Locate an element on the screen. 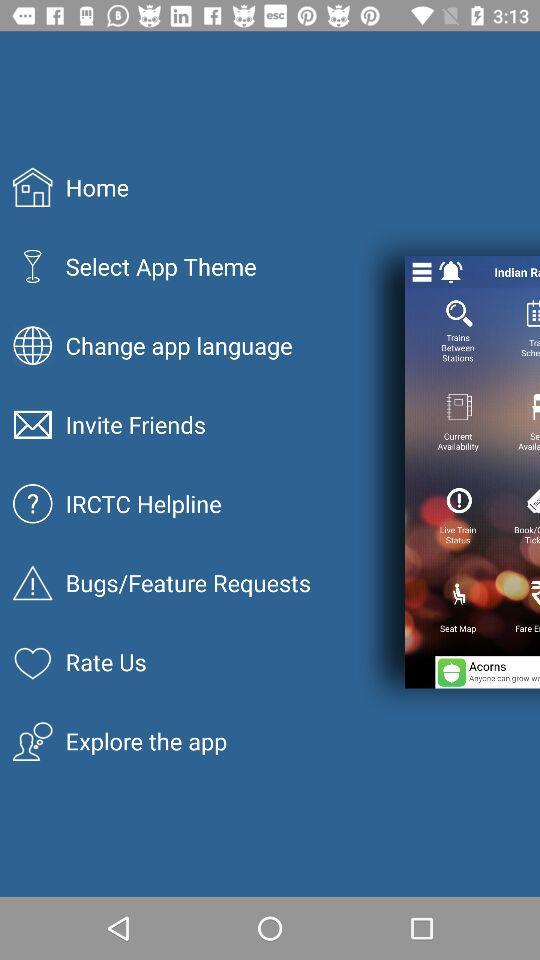 The height and width of the screenshot is (960, 540). the notifications icon is located at coordinates (451, 271).